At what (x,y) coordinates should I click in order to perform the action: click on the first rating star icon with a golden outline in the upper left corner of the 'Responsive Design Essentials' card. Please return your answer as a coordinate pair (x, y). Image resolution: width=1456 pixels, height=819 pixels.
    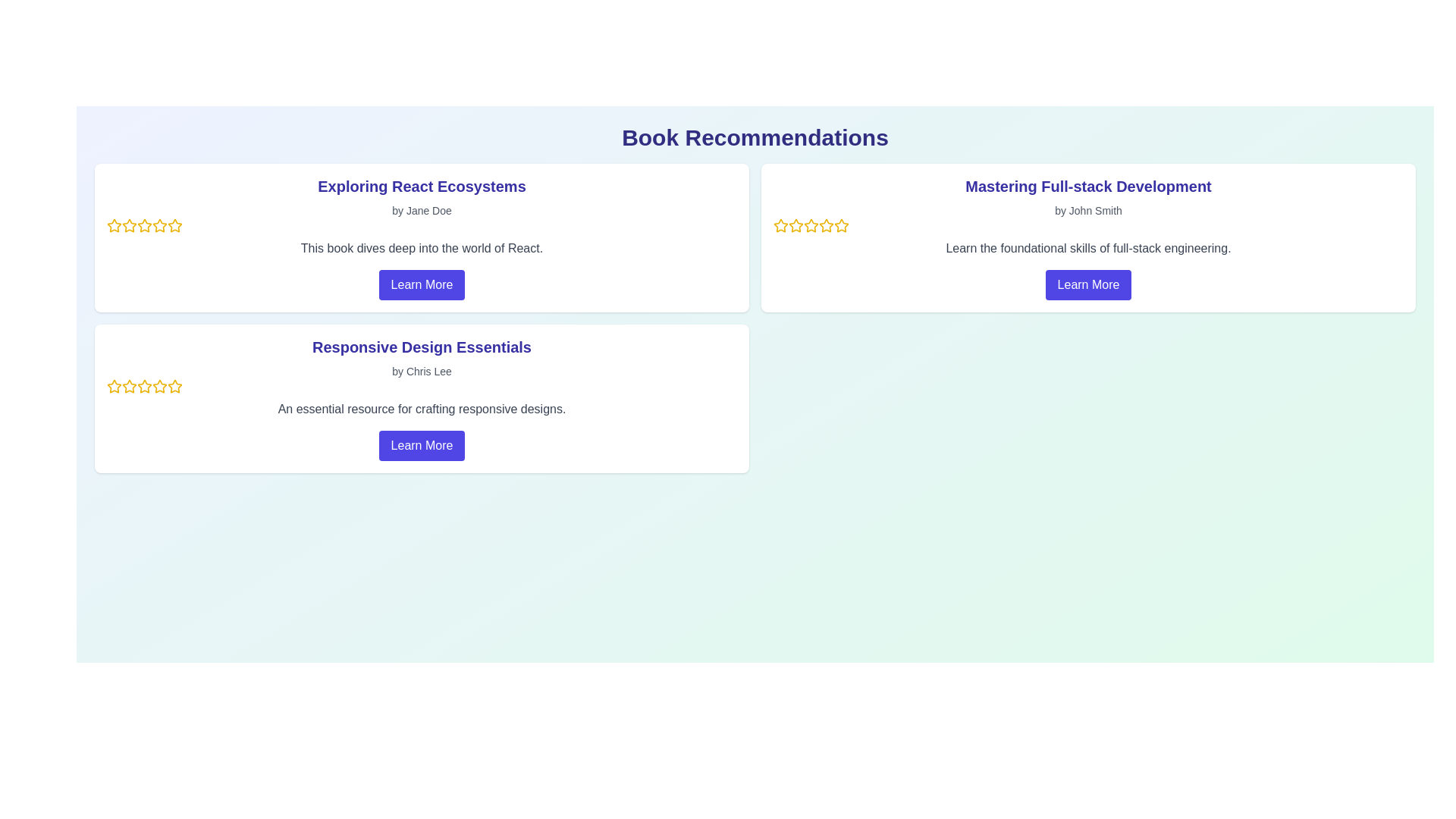
    Looking at the image, I should click on (113, 385).